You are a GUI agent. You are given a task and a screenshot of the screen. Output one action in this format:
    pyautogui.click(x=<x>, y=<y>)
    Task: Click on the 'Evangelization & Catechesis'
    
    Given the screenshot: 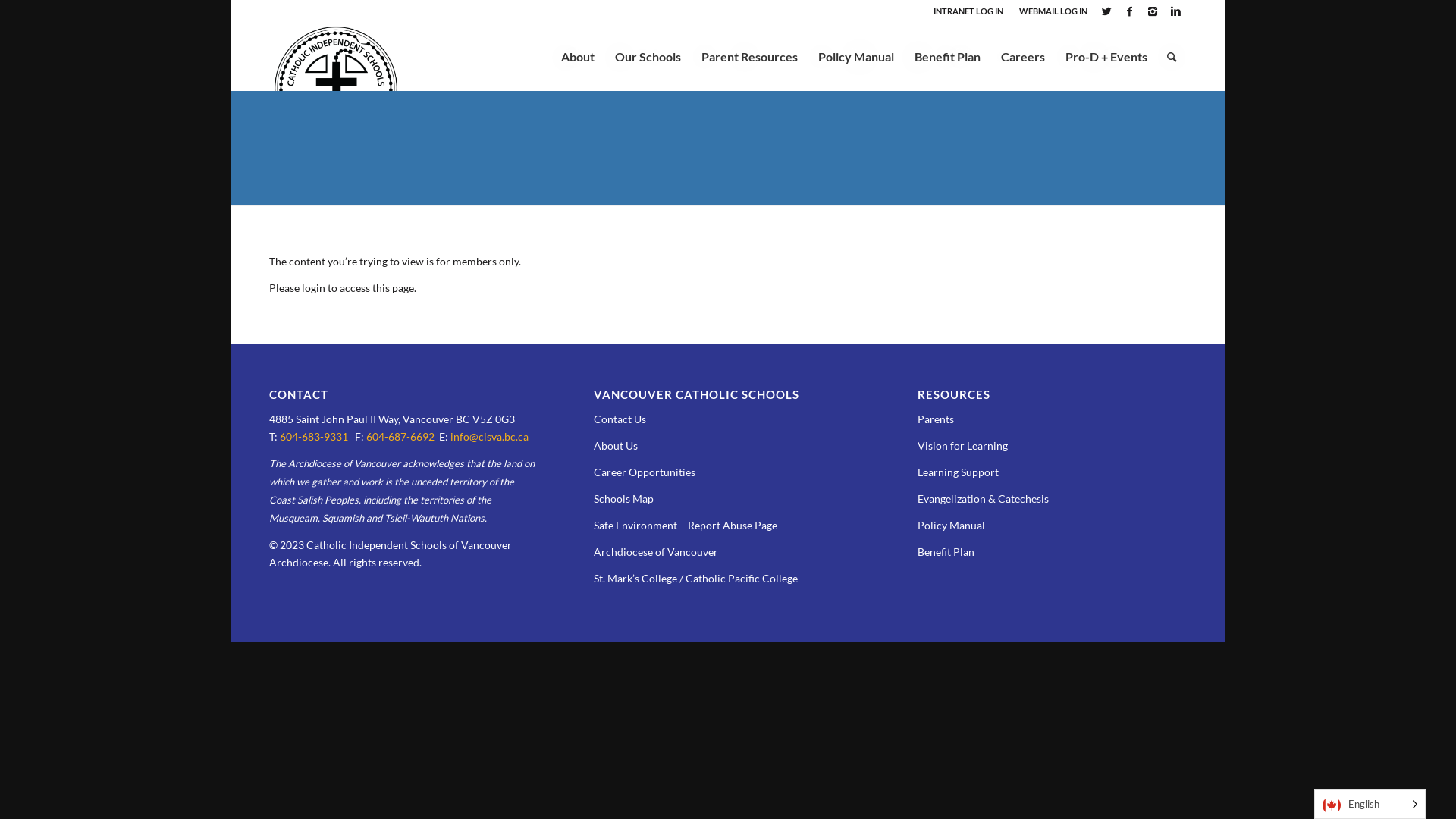 What is the action you would take?
    pyautogui.click(x=983, y=498)
    